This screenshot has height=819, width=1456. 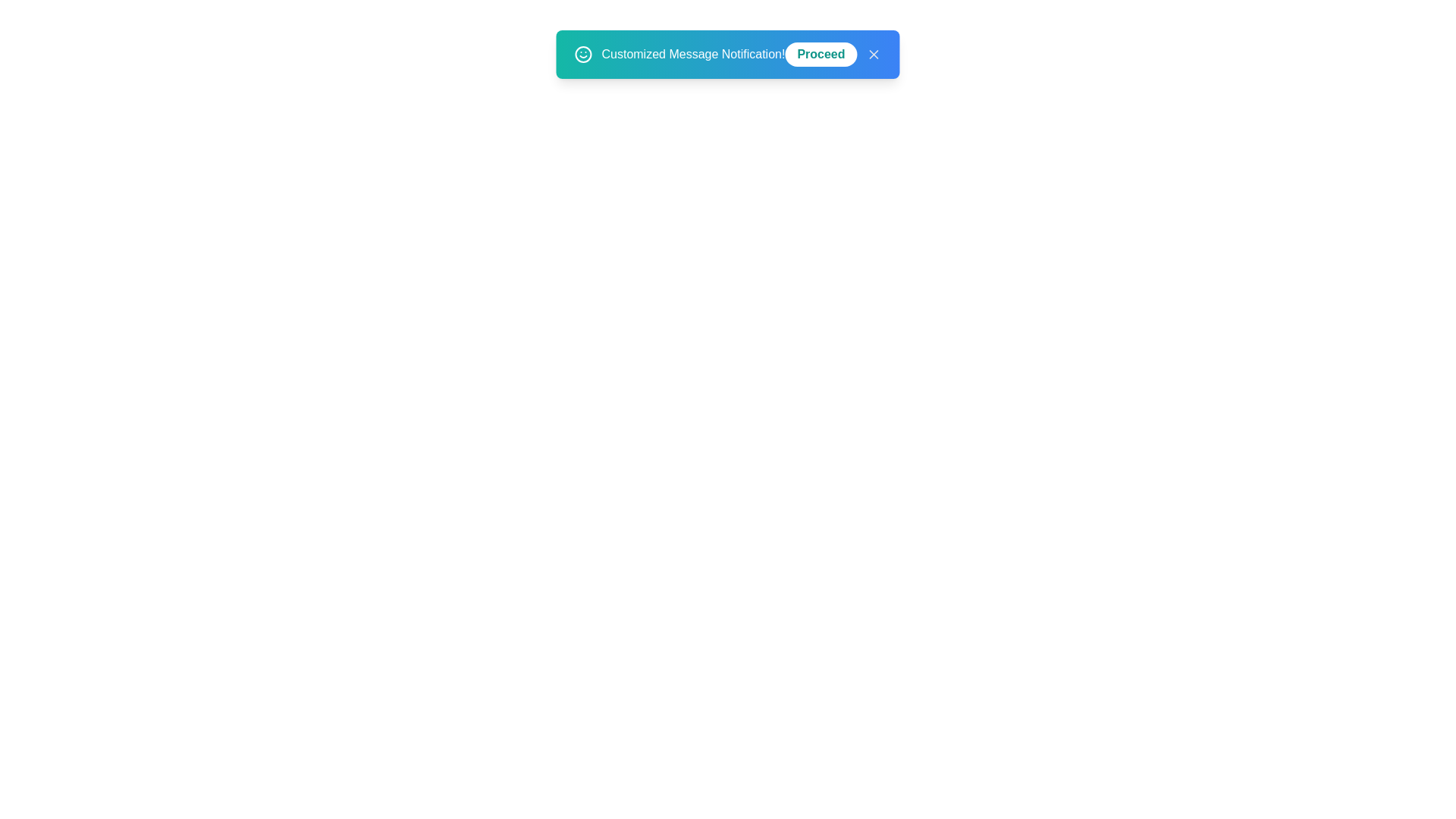 What do you see at coordinates (820, 54) in the screenshot?
I see `the 'Proceed' button to observe its hover effect` at bounding box center [820, 54].